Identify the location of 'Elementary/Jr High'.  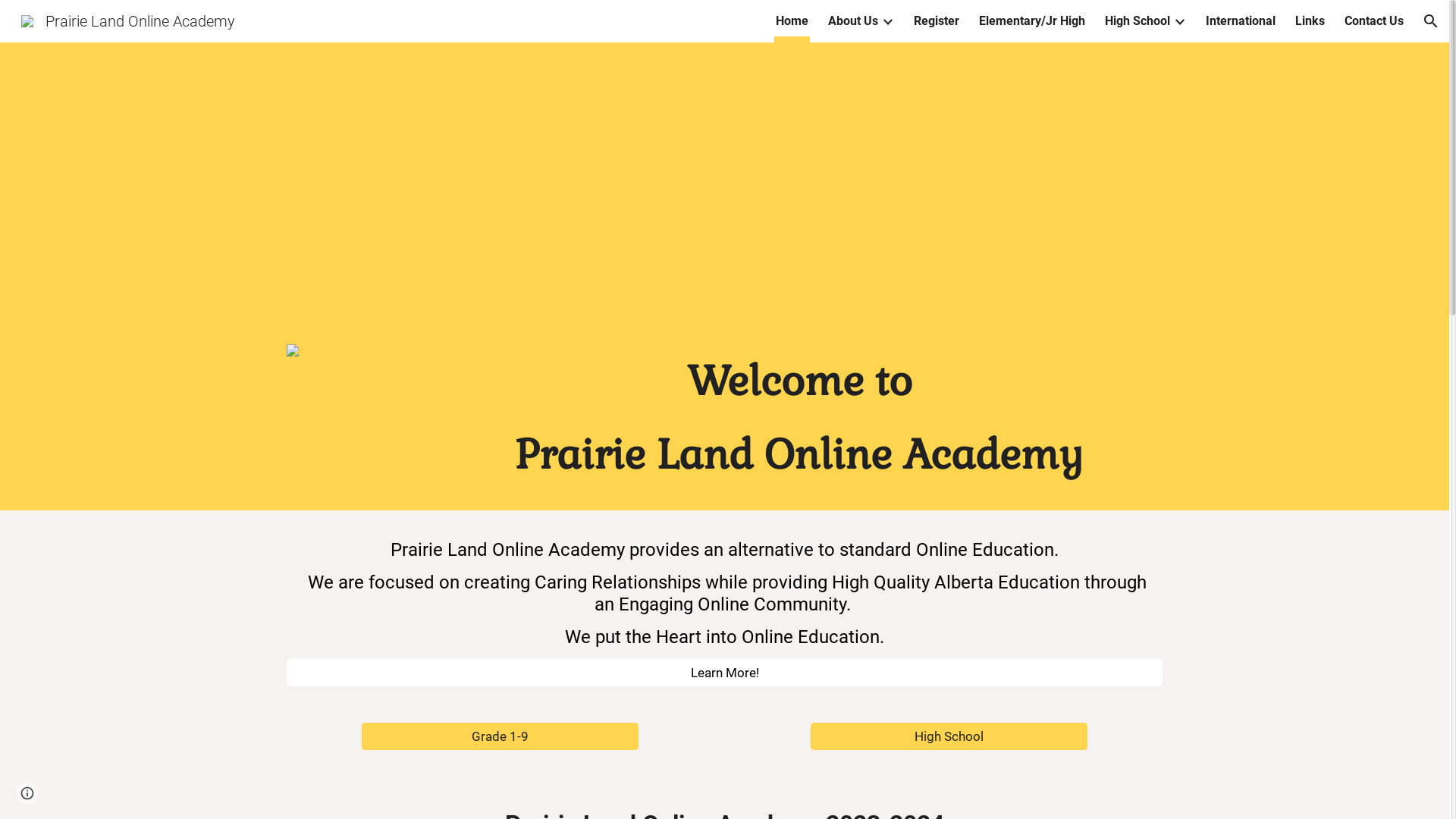
(1031, 20).